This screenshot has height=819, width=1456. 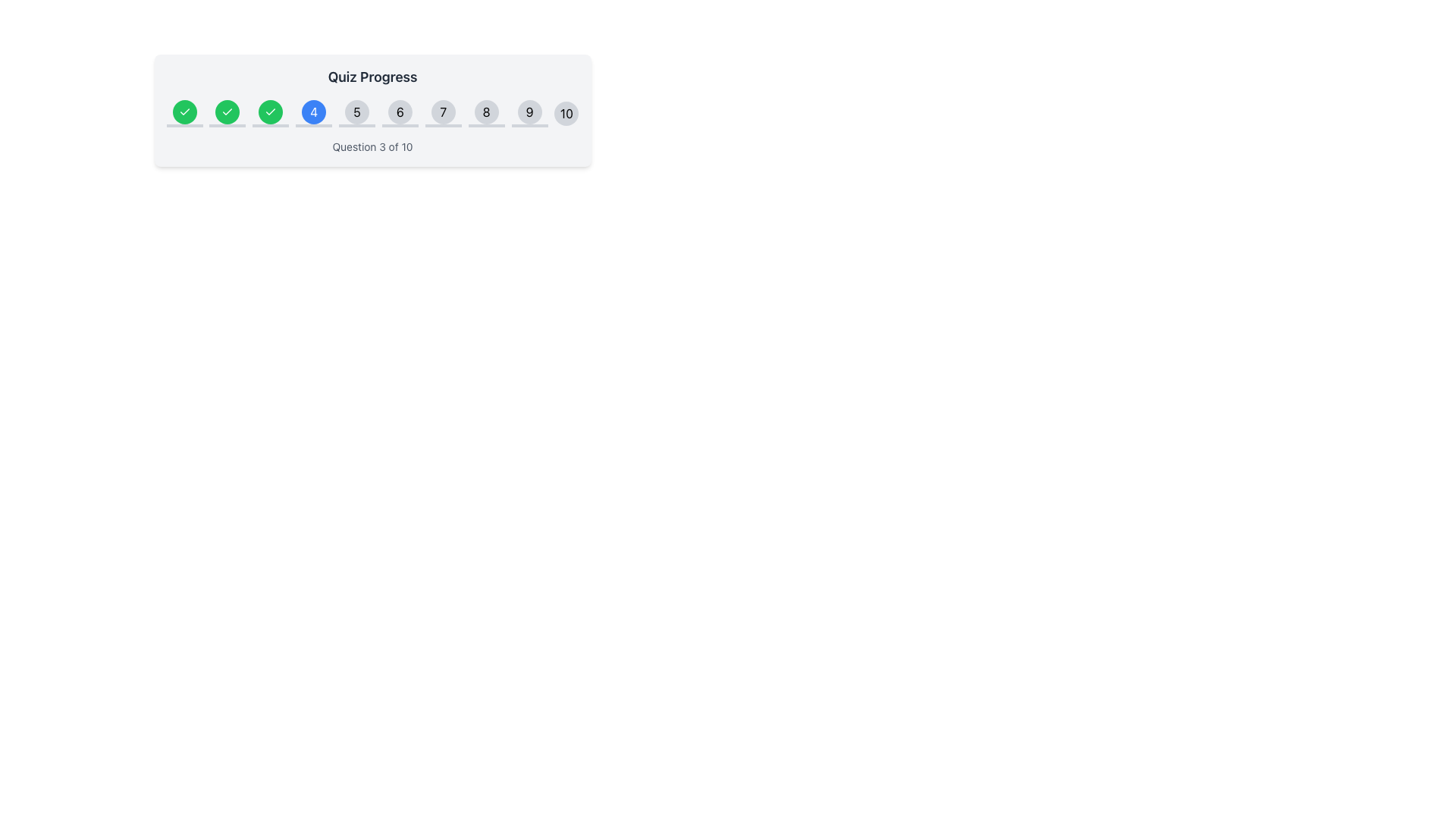 What do you see at coordinates (486, 124) in the screenshot?
I see `the progress indicator bar located beneath the circular button labeled '8' in the quiz progress bar` at bounding box center [486, 124].